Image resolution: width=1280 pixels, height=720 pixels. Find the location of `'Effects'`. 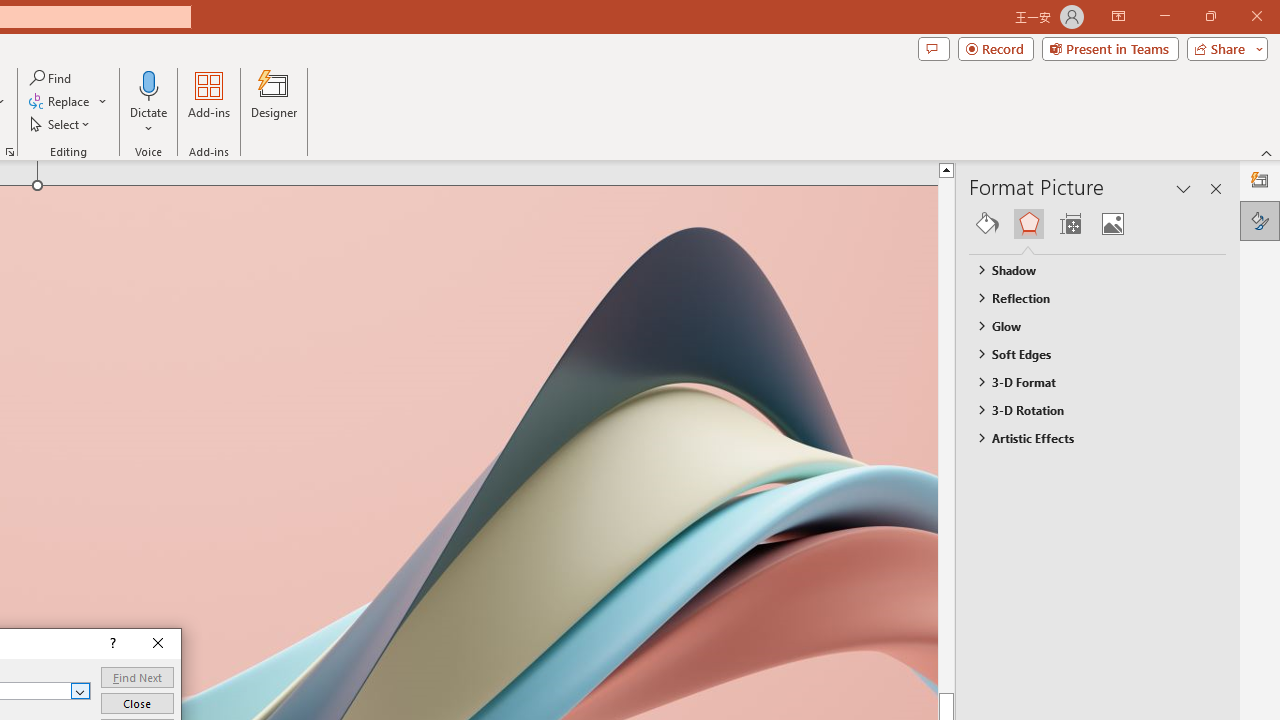

'Effects' is located at coordinates (1028, 223).